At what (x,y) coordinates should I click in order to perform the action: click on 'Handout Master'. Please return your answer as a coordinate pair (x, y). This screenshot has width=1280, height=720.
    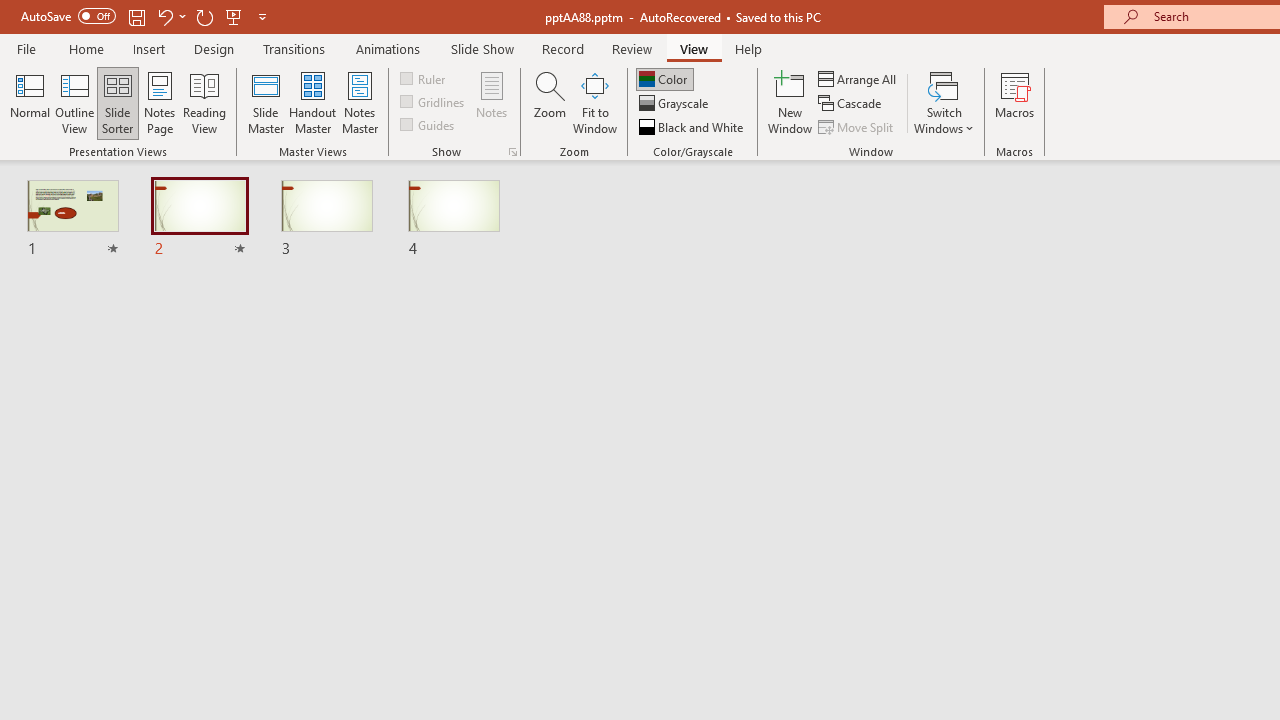
    Looking at the image, I should click on (311, 103).